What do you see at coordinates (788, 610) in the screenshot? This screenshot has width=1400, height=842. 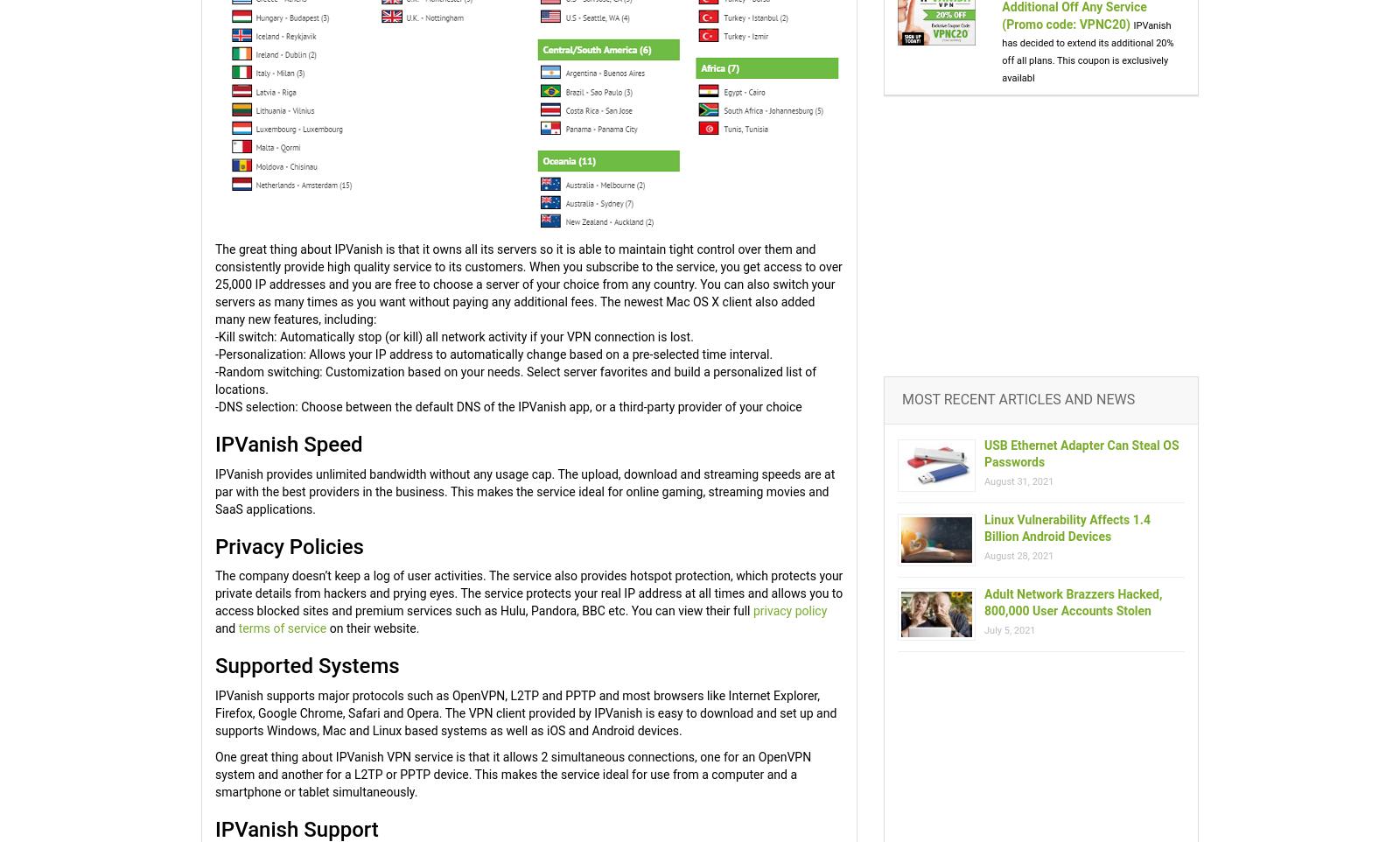 I see `'privacy policy'` at bounding box center [788, 610].